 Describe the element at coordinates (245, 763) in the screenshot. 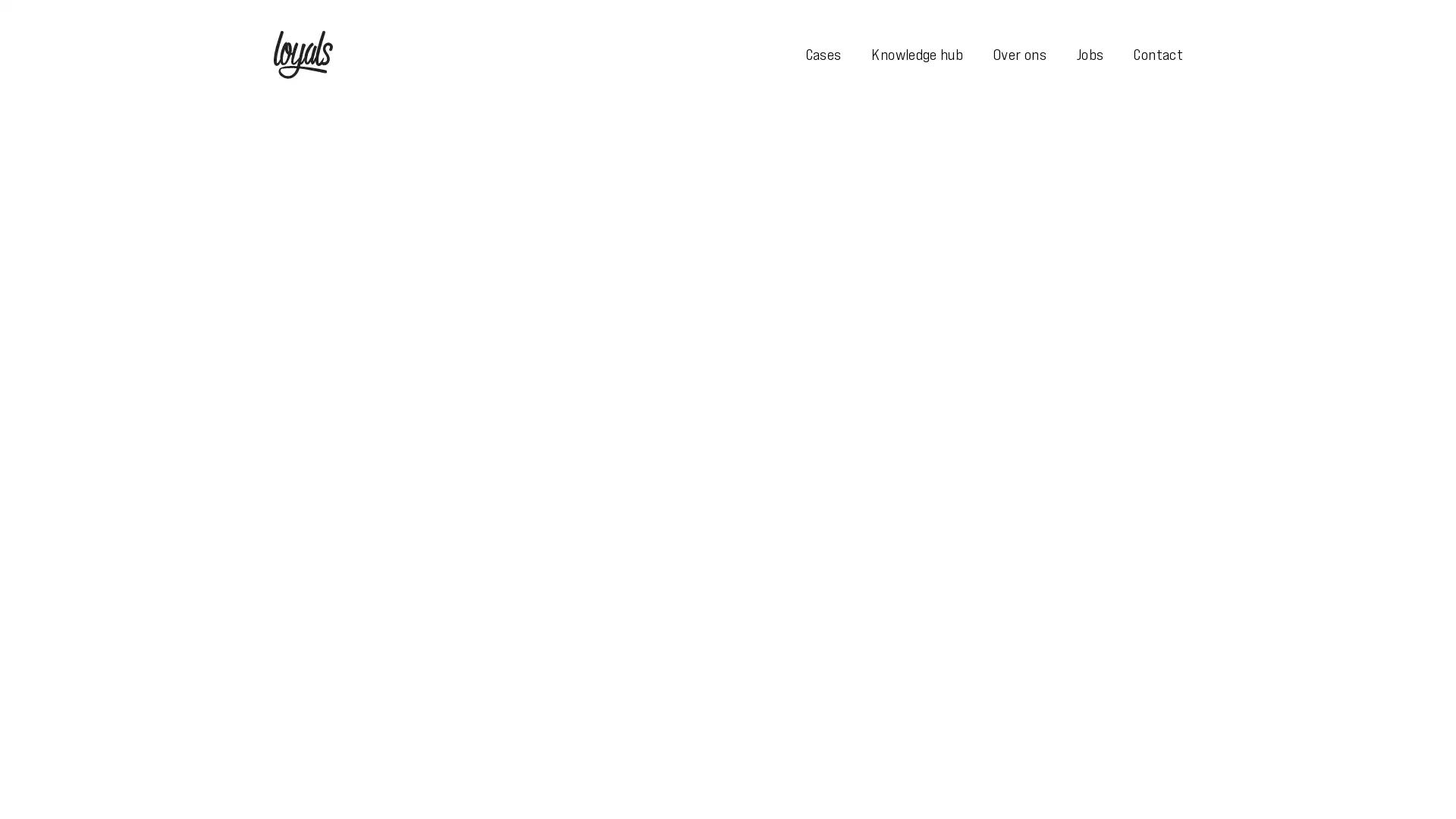

I see `Afwijzen` at that location.